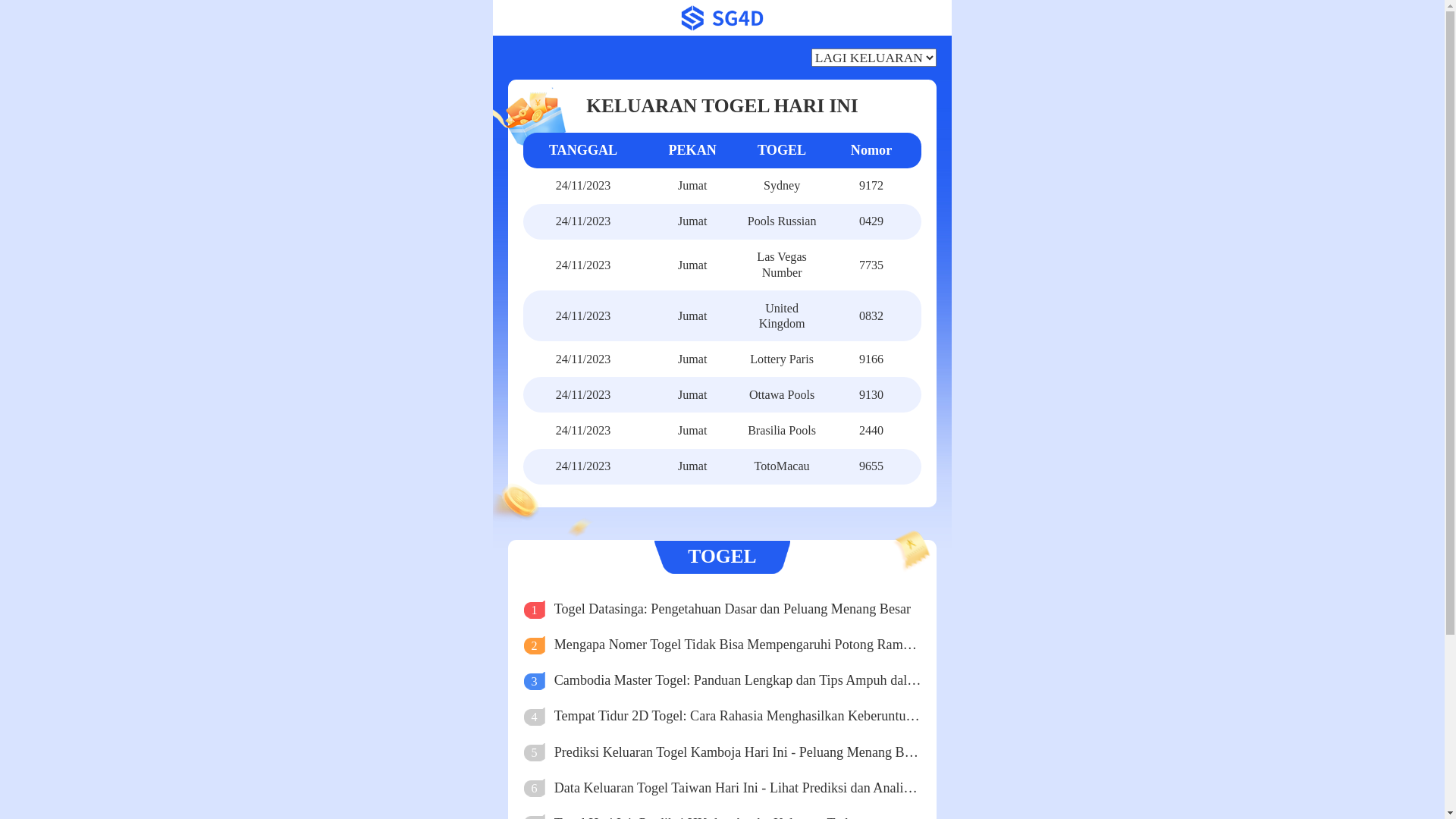  Describe the element at coordinates (738, 608) in the screenshot. I see `'Togel Datasinga: Pengetahuan Dasar dan Peluang Menang Besar'` at that location.